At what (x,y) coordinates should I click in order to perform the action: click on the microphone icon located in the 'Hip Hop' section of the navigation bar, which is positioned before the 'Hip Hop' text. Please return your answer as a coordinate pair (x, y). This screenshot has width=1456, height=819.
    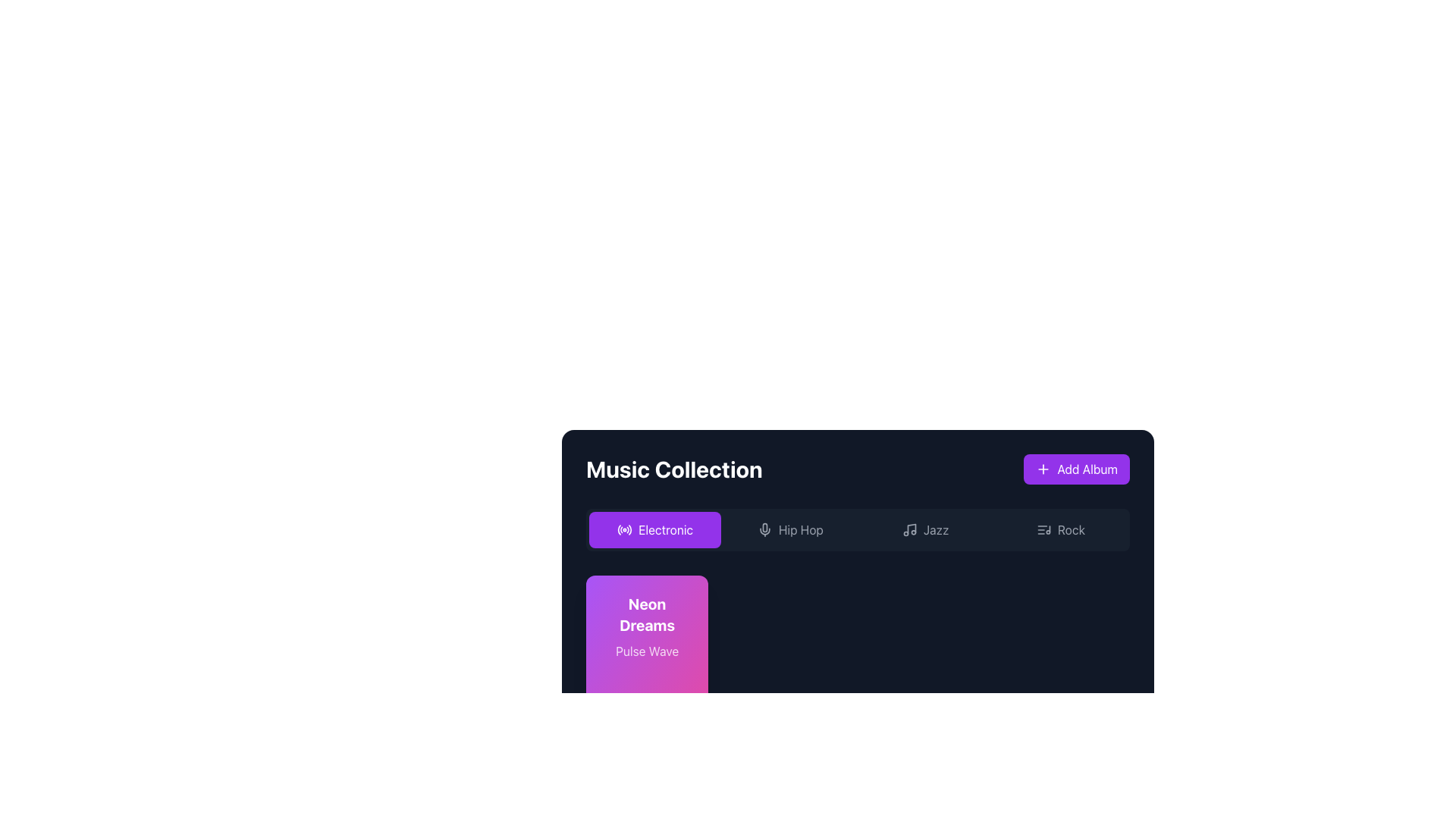
    Looking at the image, I should click on (764, 529).